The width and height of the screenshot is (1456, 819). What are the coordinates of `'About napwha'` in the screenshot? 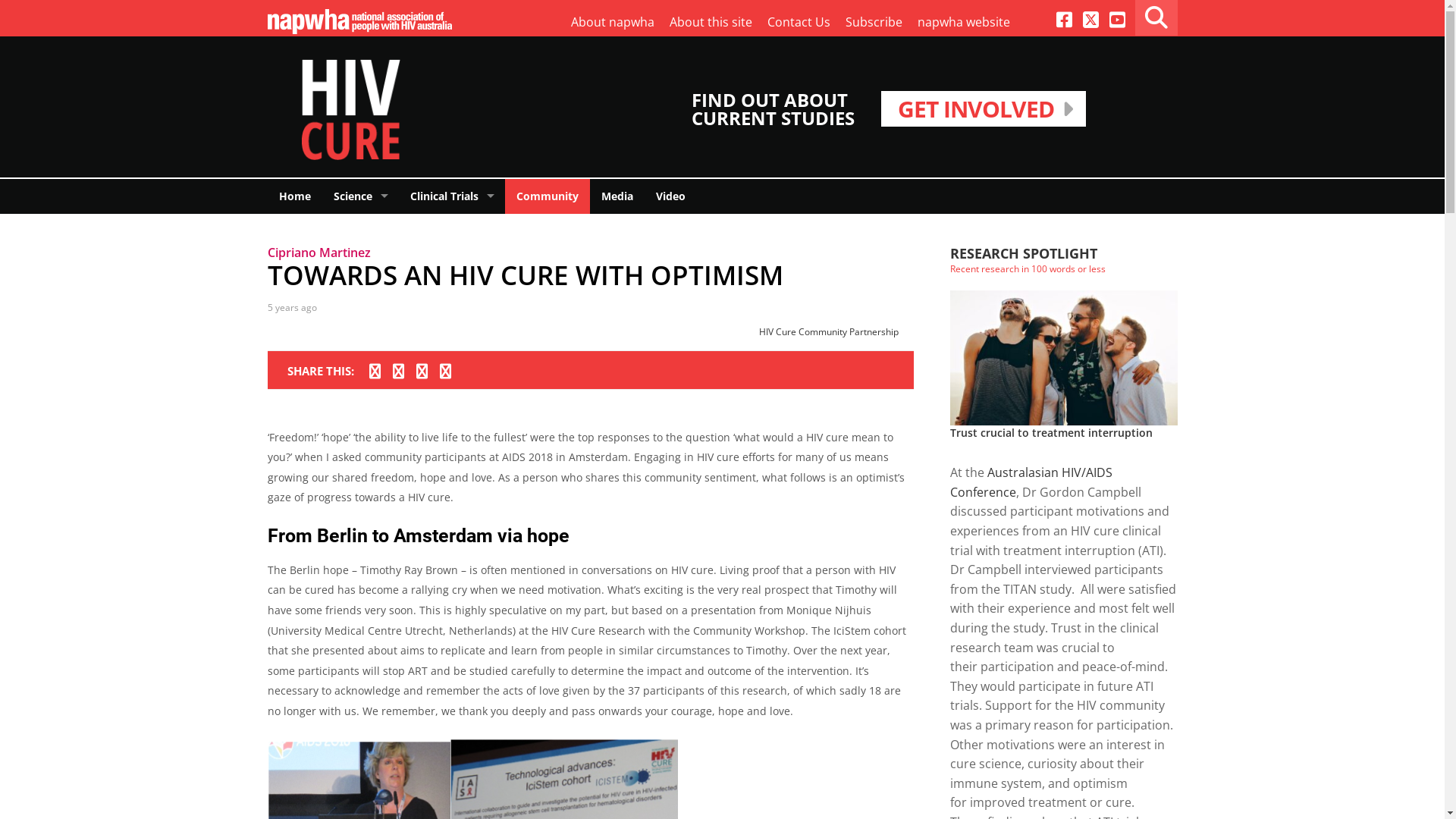 It's located at (611, 23).